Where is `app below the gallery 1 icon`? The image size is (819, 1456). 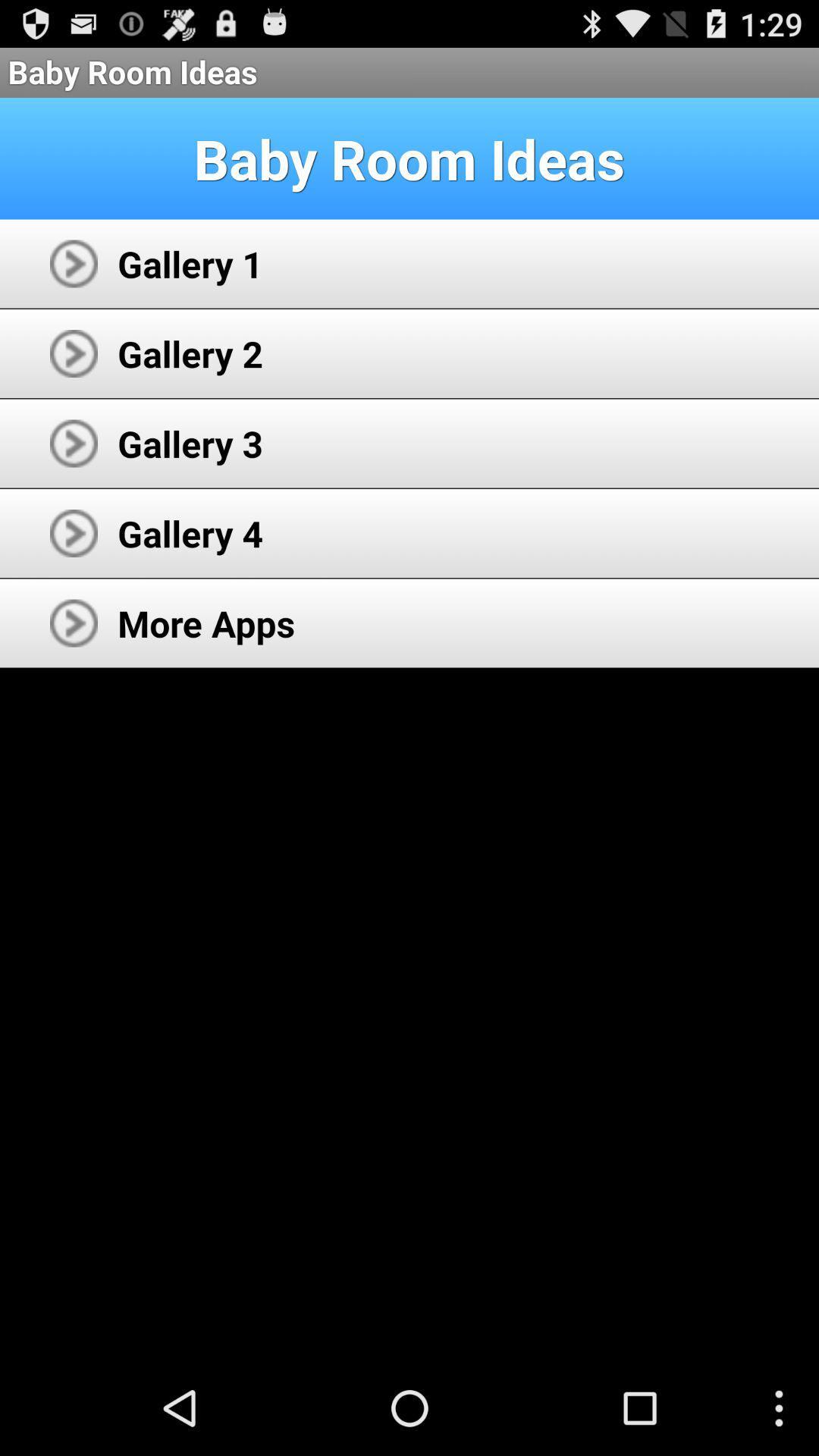 app below the gallery 1 icon is located at coordinates (190, 353).